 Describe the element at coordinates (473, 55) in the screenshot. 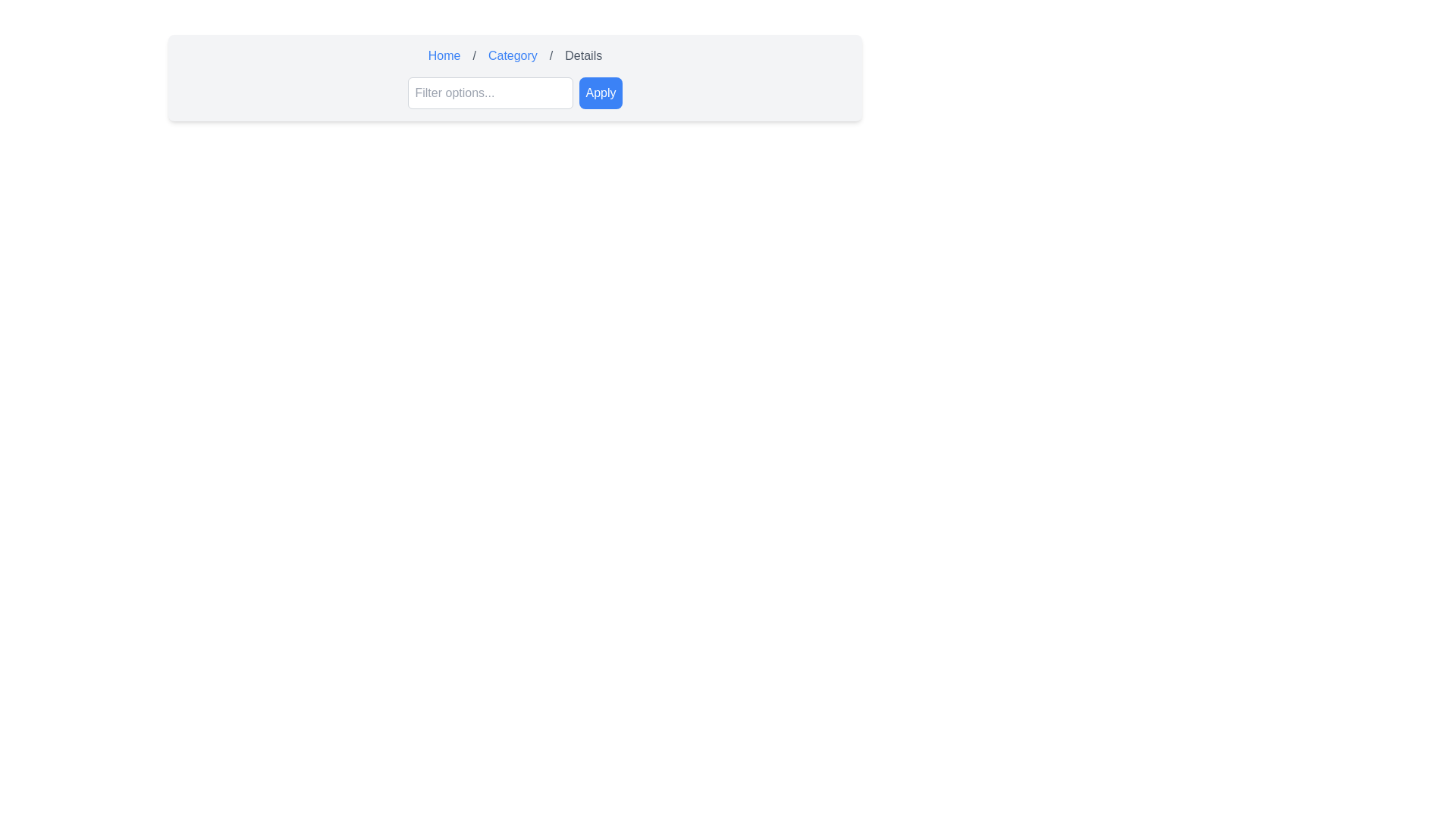

I see `the gray forward slash ('/') character that serves as a separator in the breadcrumb navigation layout, positioned between the 'Home' and 'Category' links` at that location.